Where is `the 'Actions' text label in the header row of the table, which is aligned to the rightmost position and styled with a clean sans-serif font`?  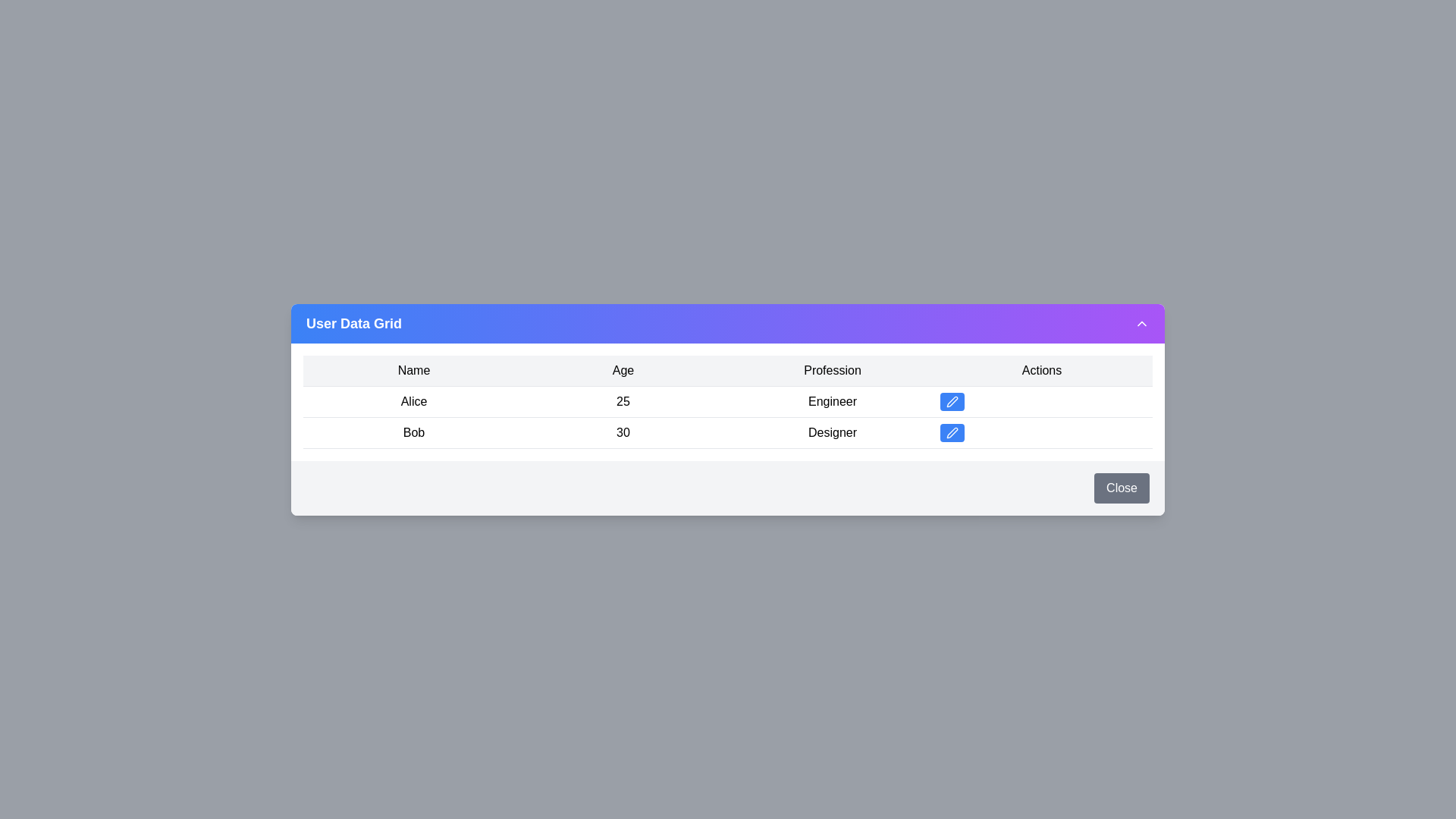
the 'Actions' text label in the header row of the table, which is aligned to the rightmost position and styled with a clean sans-serif font is located at coordinates (1040, 370).